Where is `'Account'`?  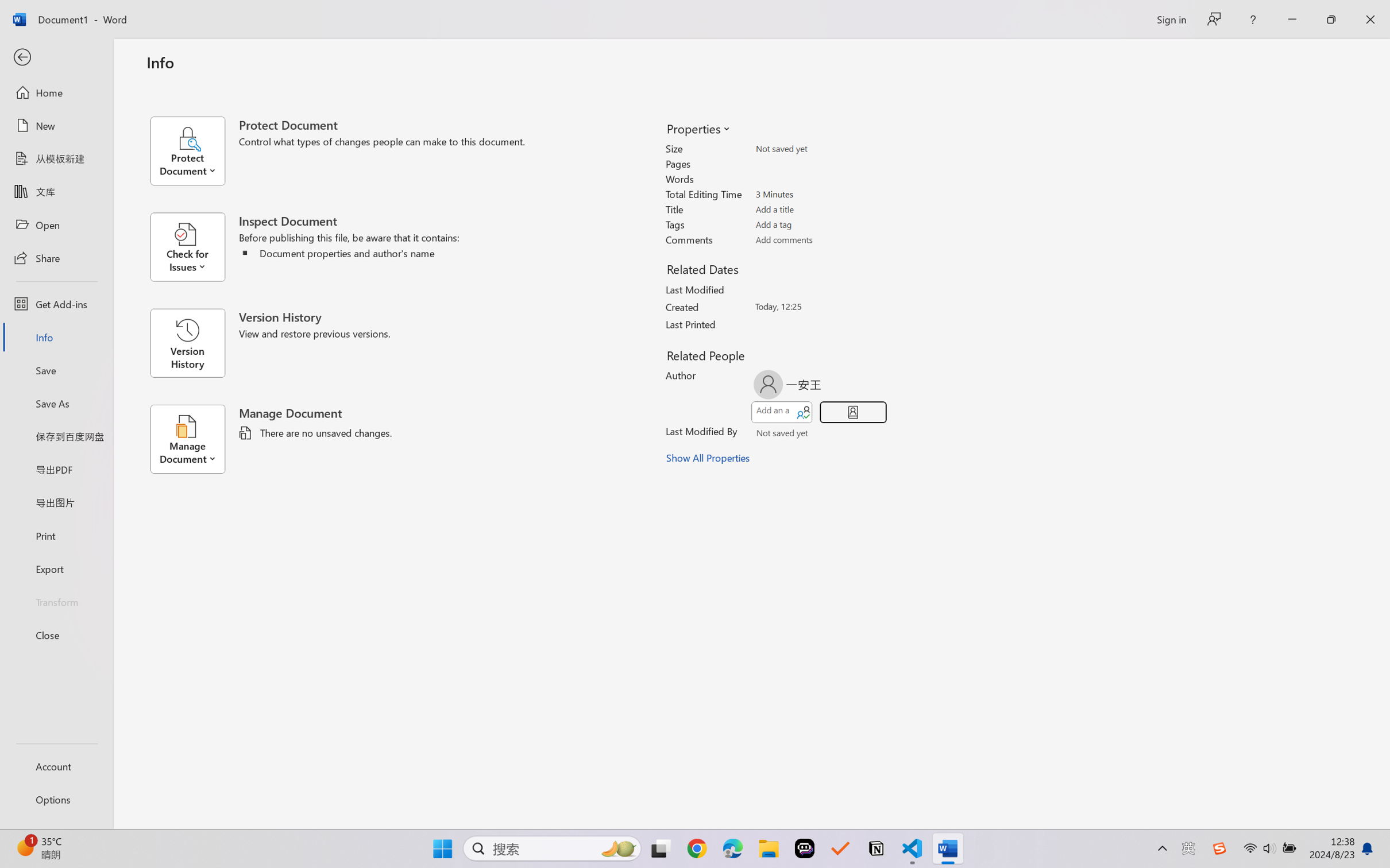
'Account' is located at coordinates (56, 766).